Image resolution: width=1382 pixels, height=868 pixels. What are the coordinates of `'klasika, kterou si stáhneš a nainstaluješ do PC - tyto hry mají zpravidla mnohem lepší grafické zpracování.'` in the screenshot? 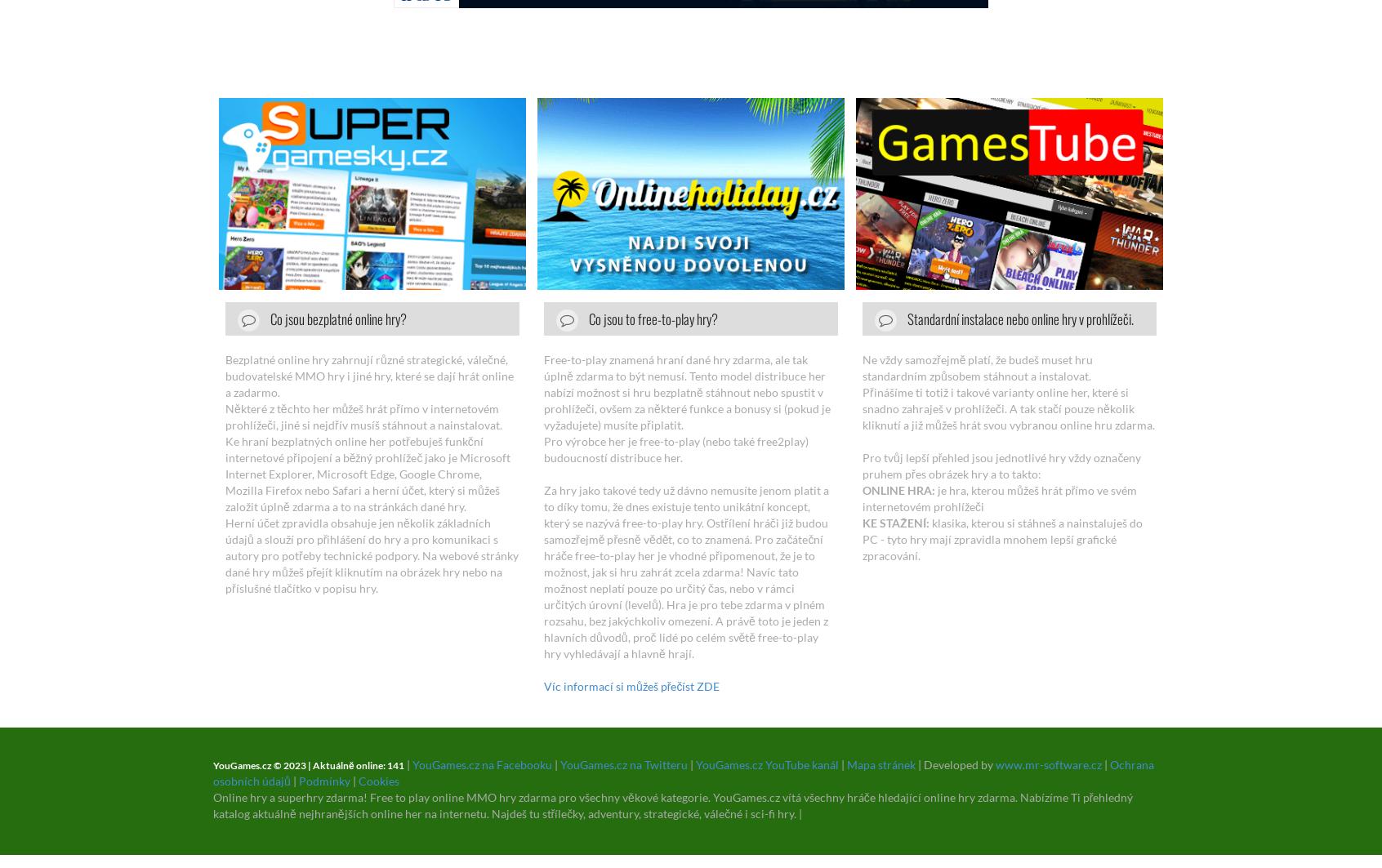 It's located at (1002, 538).